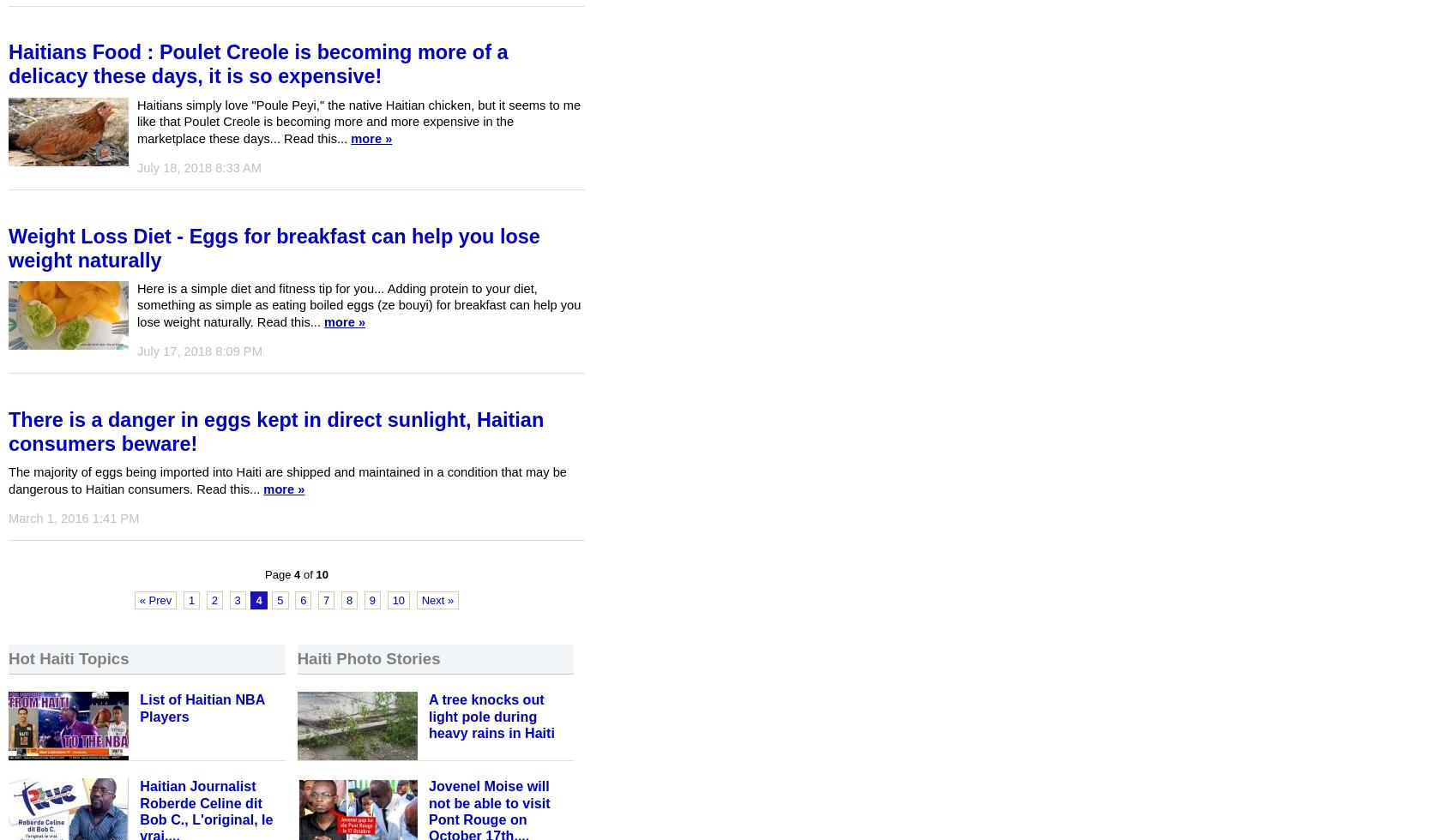 This screenshot has width=1446, height=840. Describe the element at coordinates (279, 574) in the screenshot. I see `'Page'` at that location.